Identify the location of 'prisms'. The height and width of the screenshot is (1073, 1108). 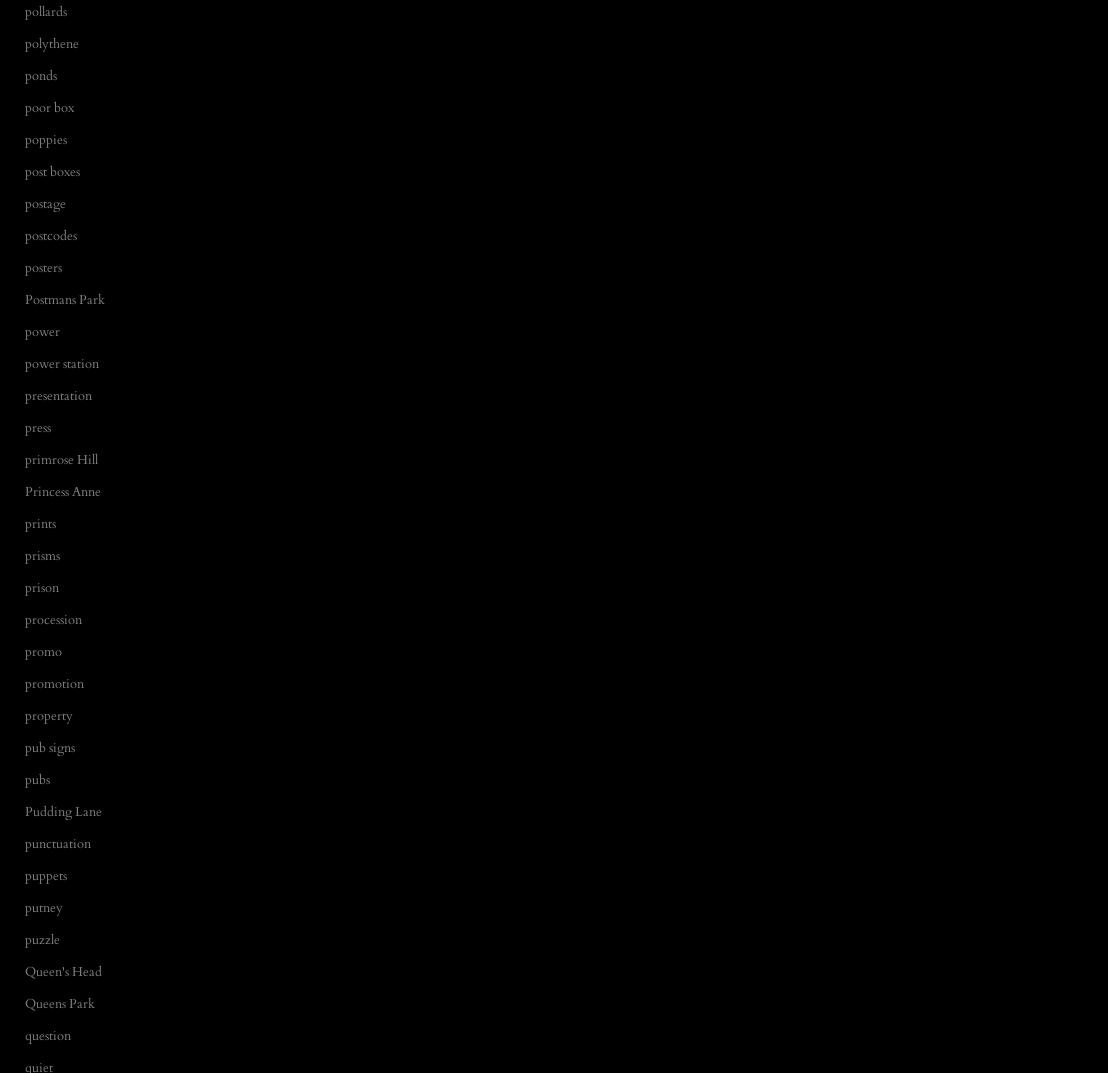
(42, 554).